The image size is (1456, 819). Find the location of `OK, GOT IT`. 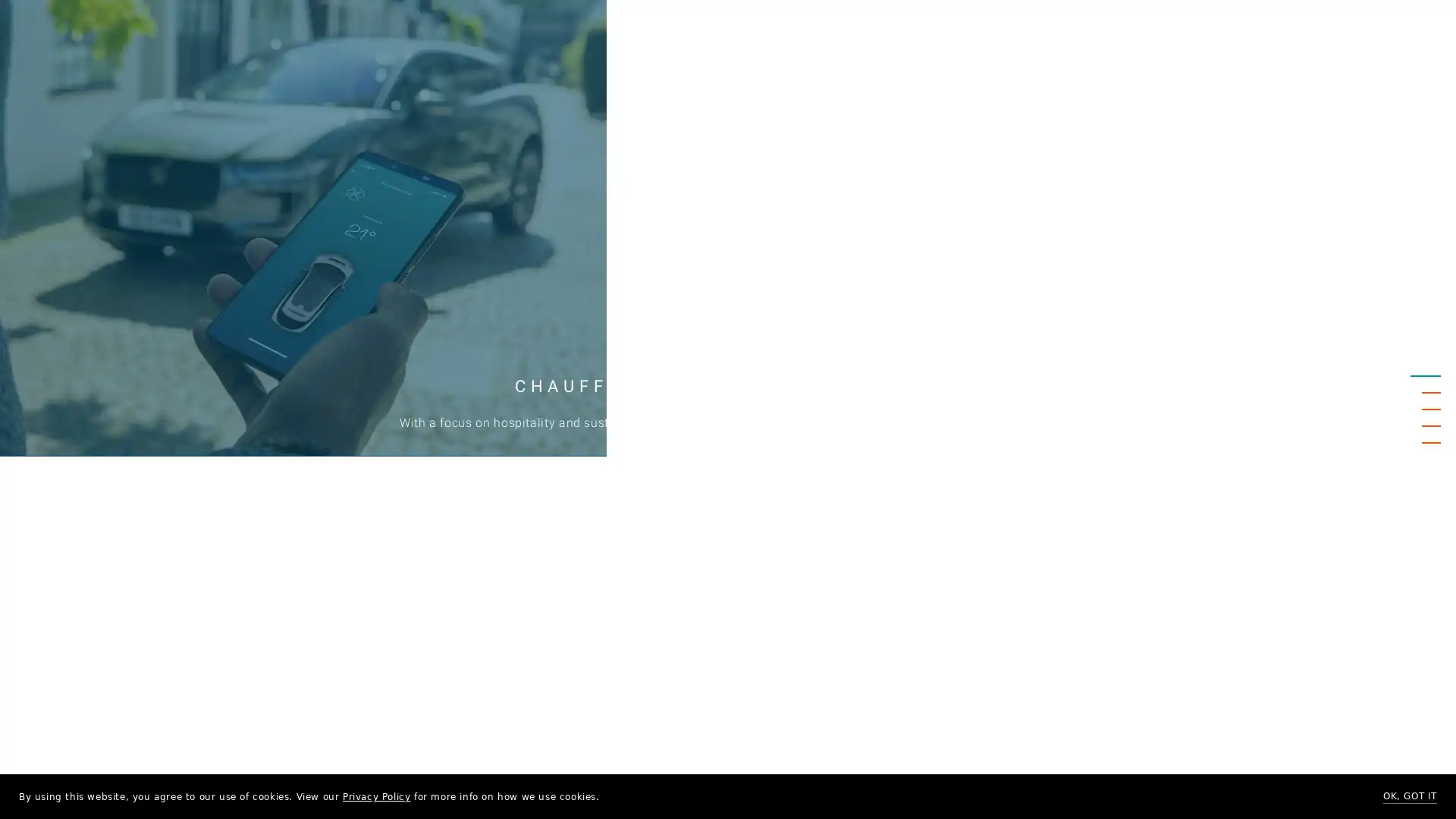

OK, GOT IT is located at coordinates (1409, 795).